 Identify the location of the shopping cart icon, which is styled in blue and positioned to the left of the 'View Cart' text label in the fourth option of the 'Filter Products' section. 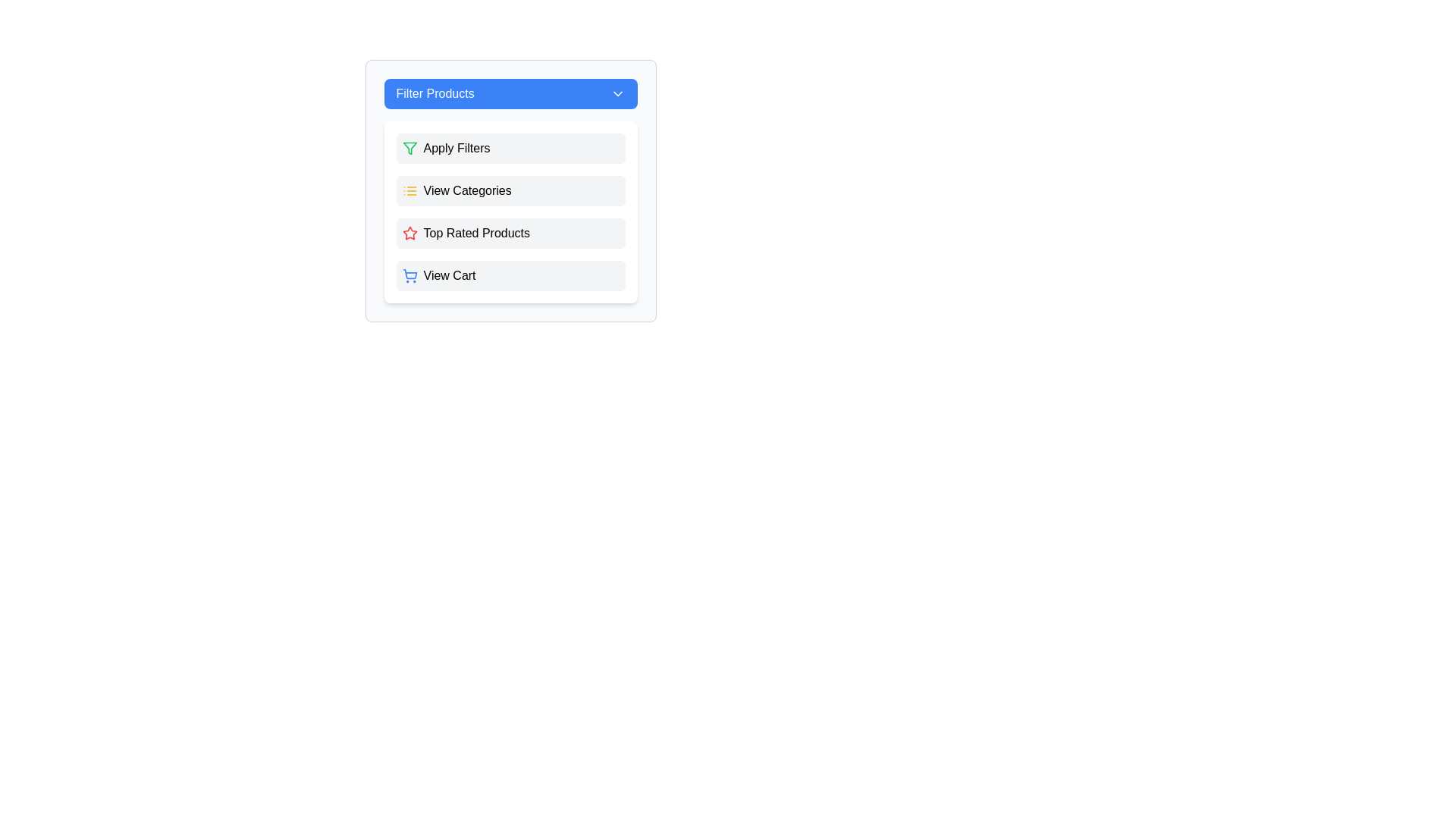
(409, 275).